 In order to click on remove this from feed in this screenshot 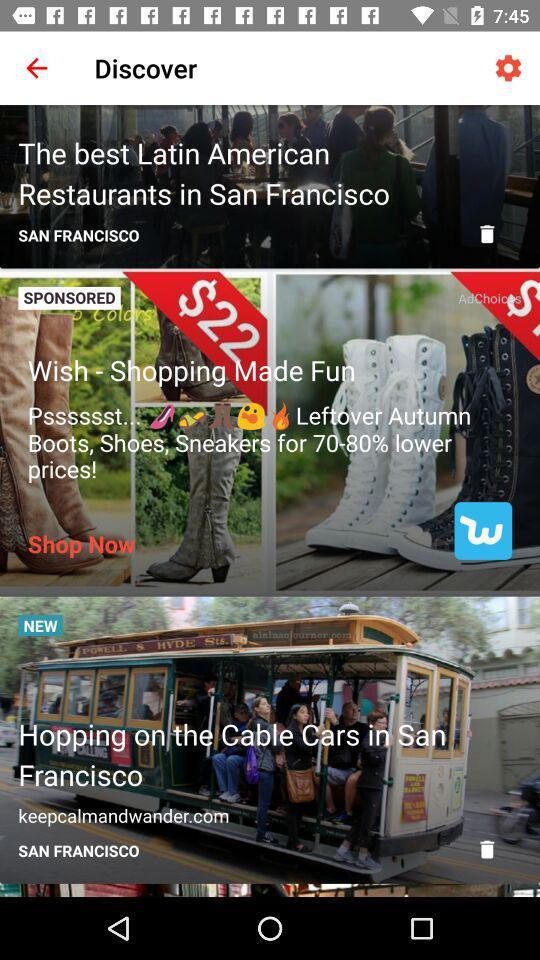, I will do `click(486, 848)`.